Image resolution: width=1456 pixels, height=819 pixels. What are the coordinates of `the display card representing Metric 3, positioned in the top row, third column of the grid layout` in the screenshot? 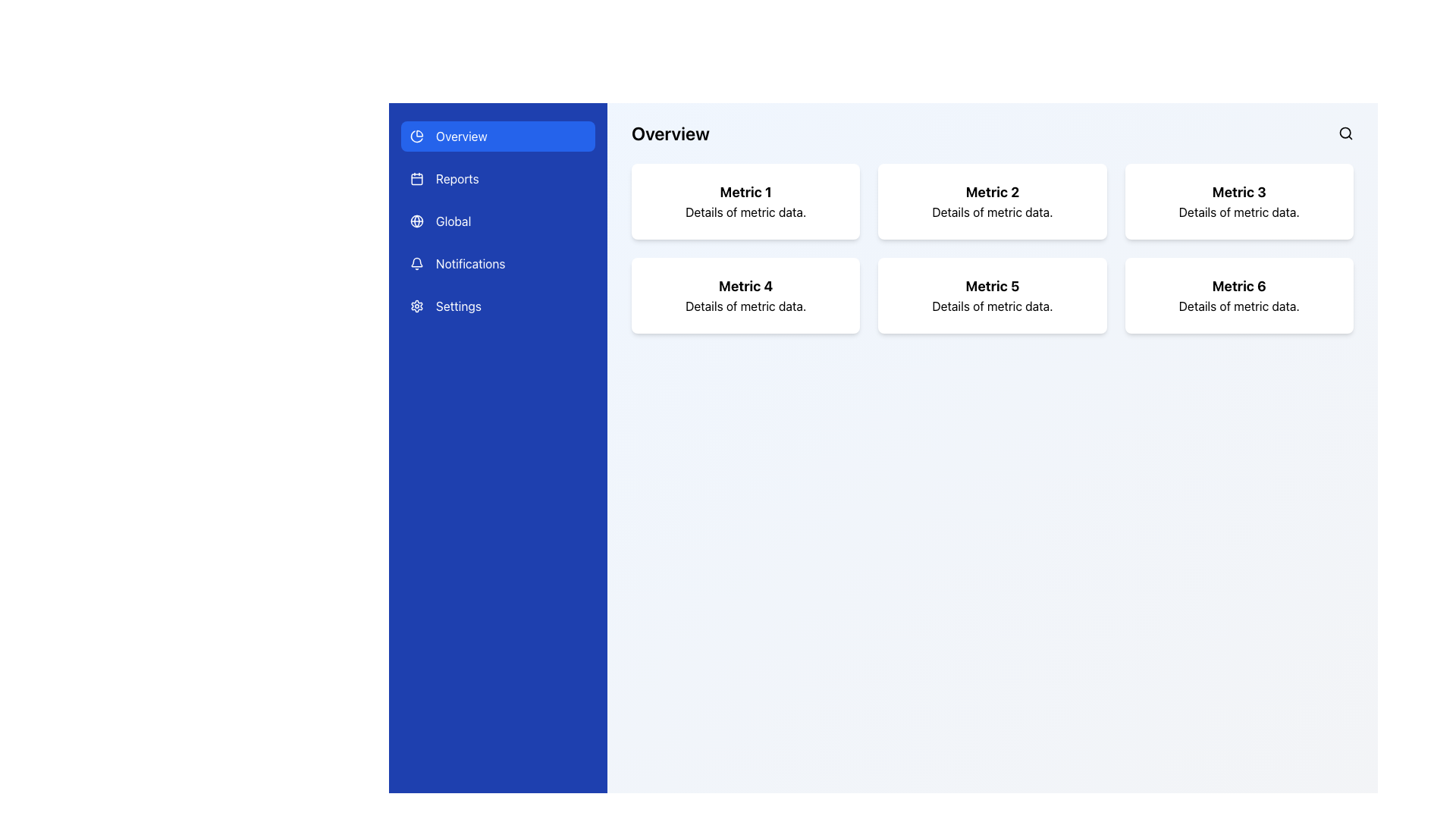 It's located at (1239, 201).